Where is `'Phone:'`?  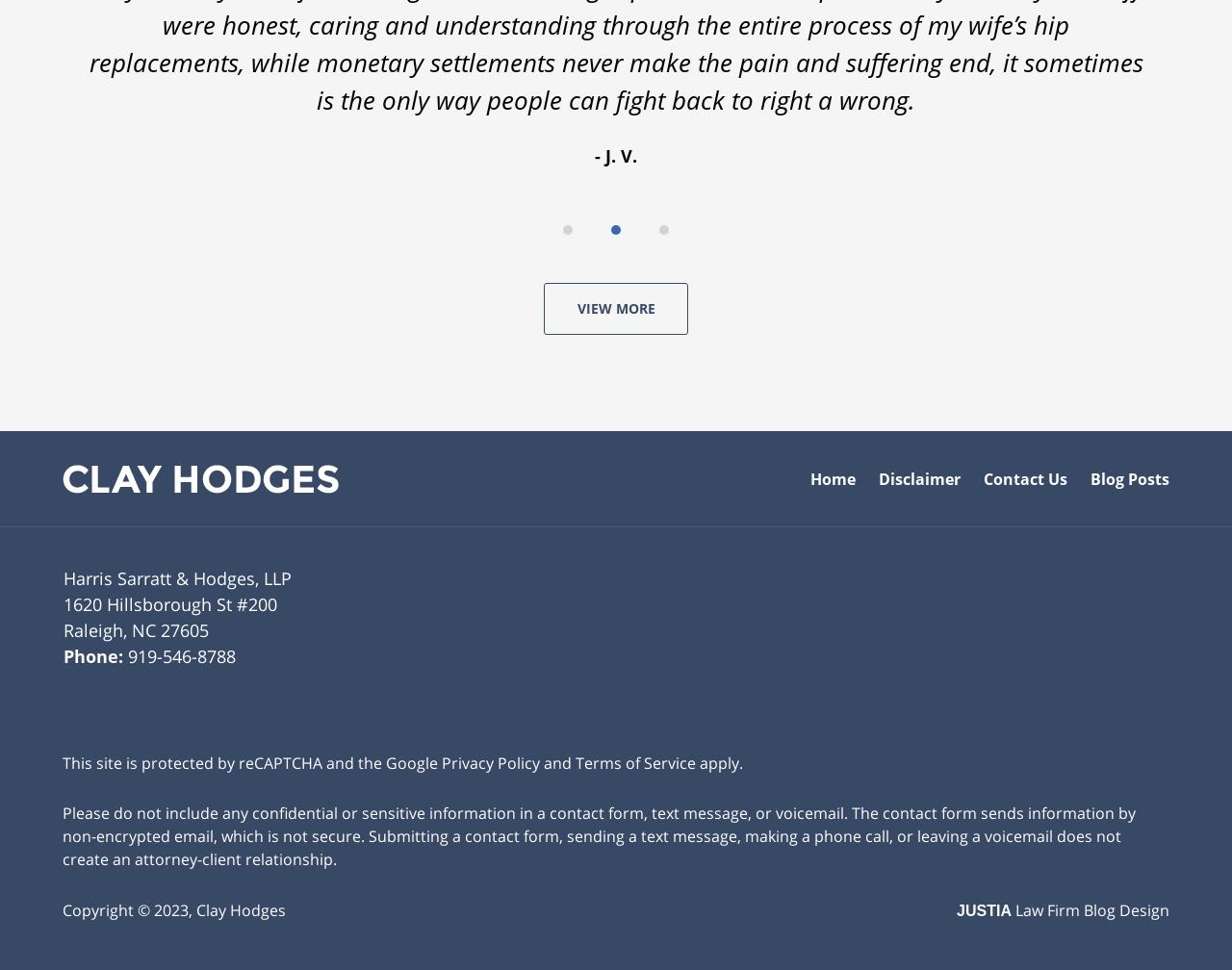 'Phone:' is located at coordinates (94, 651).